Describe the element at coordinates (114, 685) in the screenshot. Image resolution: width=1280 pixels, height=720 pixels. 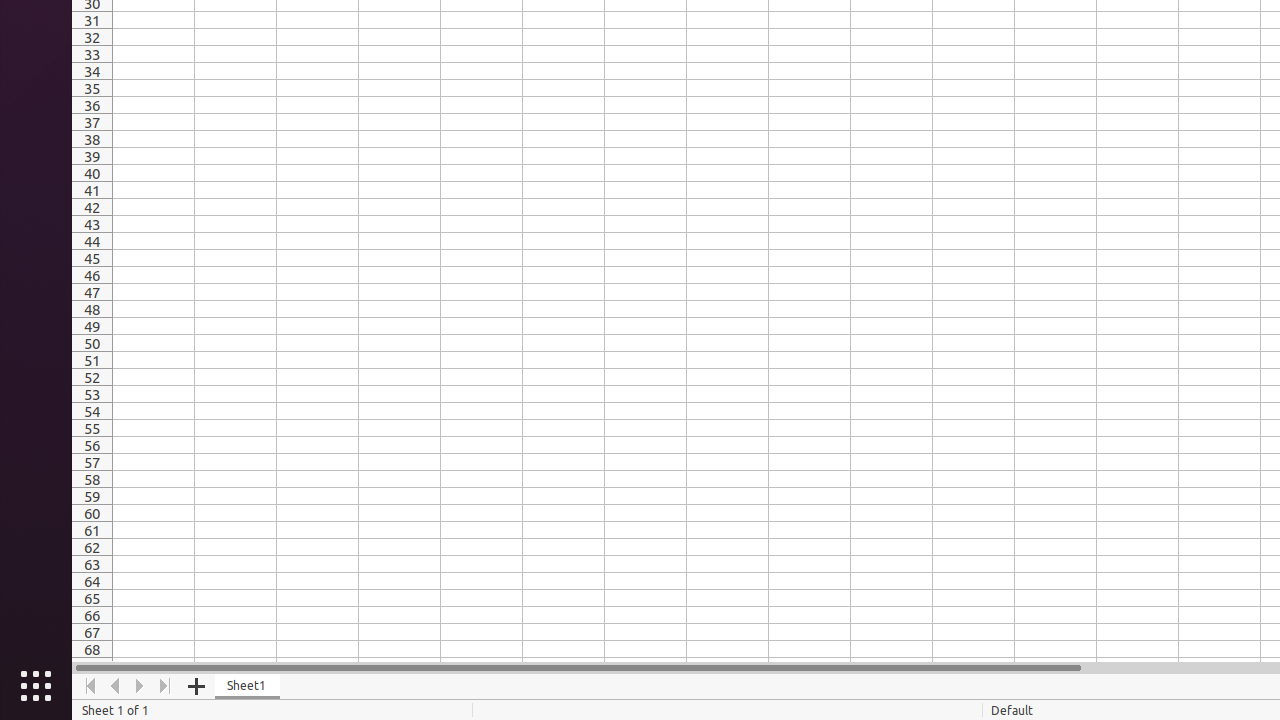
I see `'Move Left'` at that location.